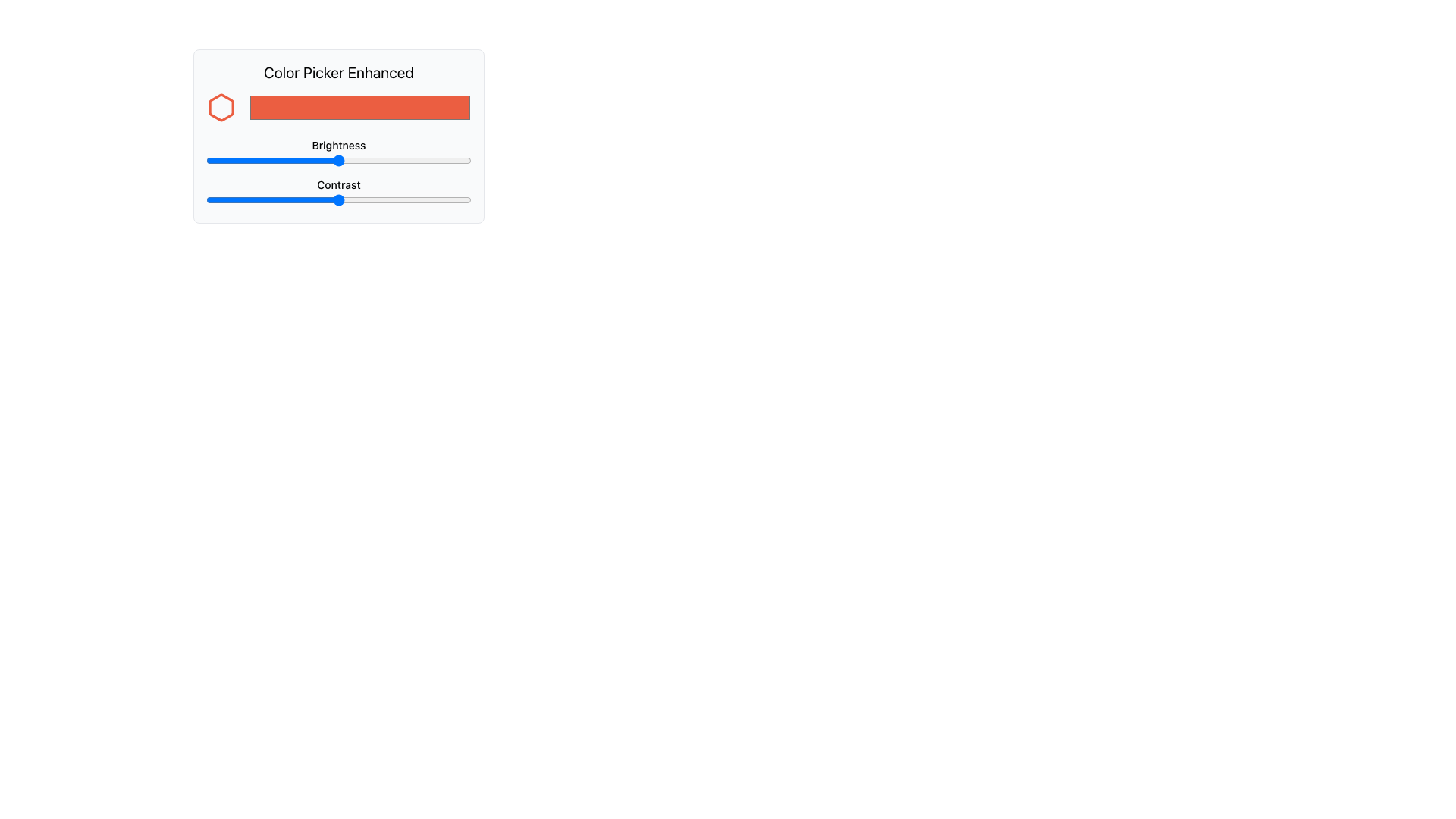 The image size is (1456, 819). I want to click on the contrast value, so click(256, 199).